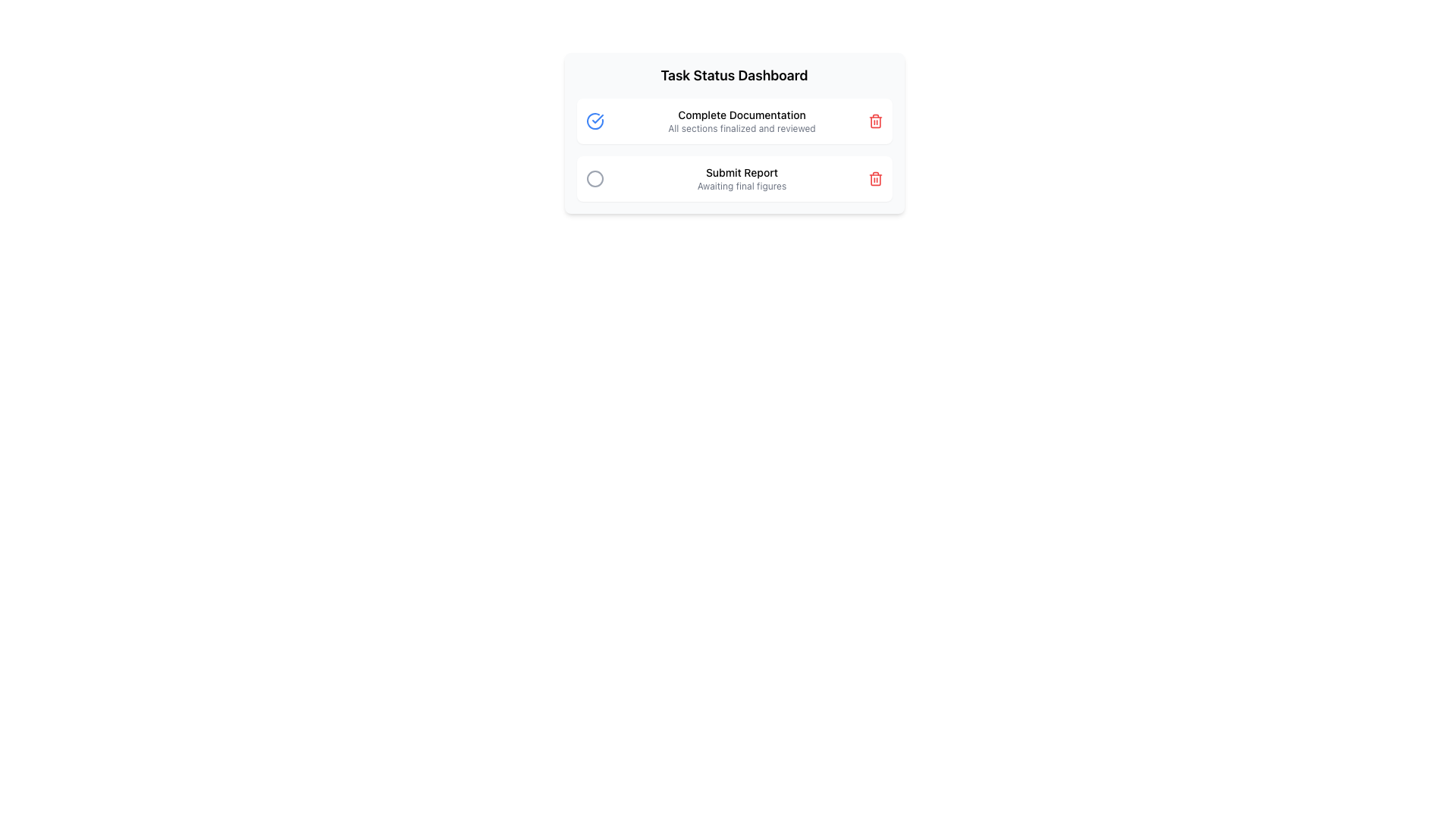 Image resolution: width=1456 pixels, height=819 pixels. I want to click on the circular outline icon with a geometric design located to the left of the 'Submit Report' text in the second row of the task list, so click(594, 177).